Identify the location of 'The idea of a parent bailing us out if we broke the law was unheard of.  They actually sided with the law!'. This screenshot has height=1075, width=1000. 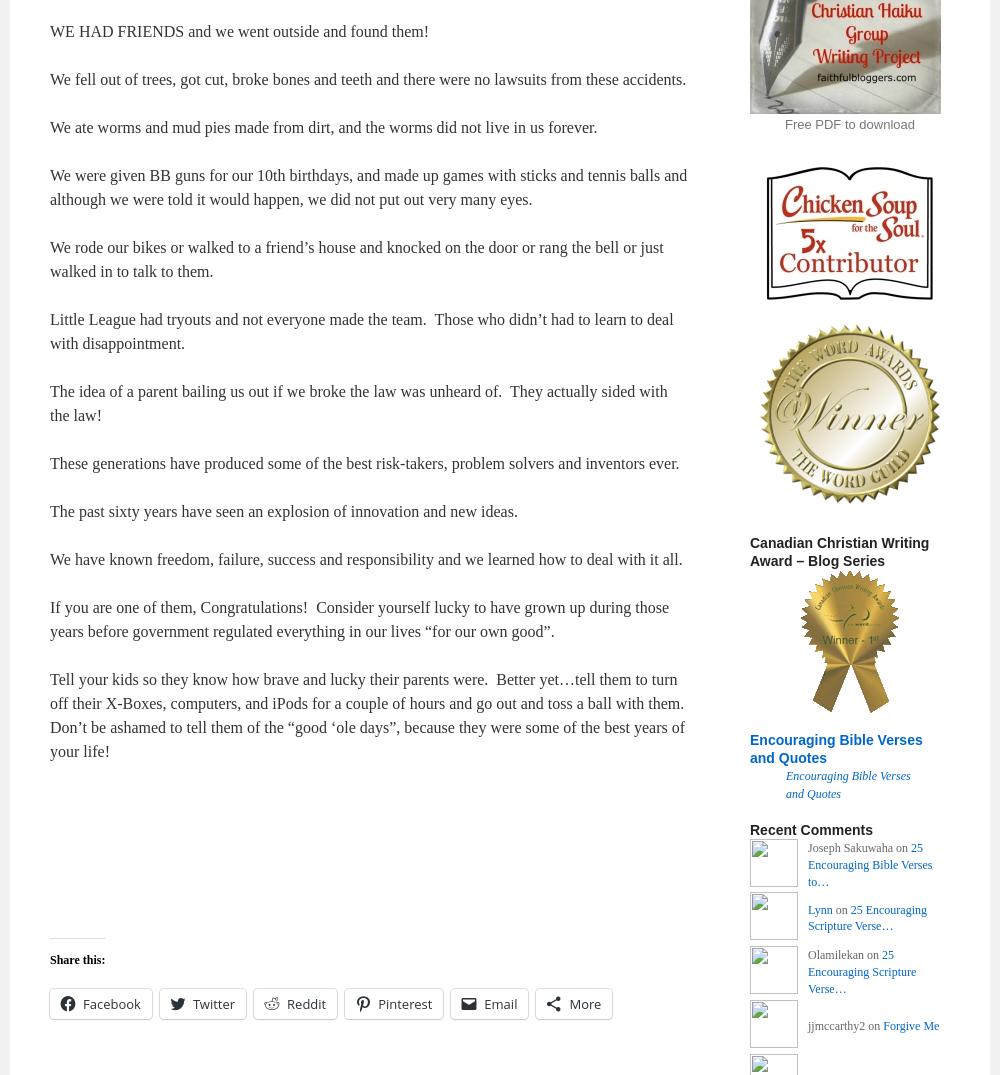
(357, 402).